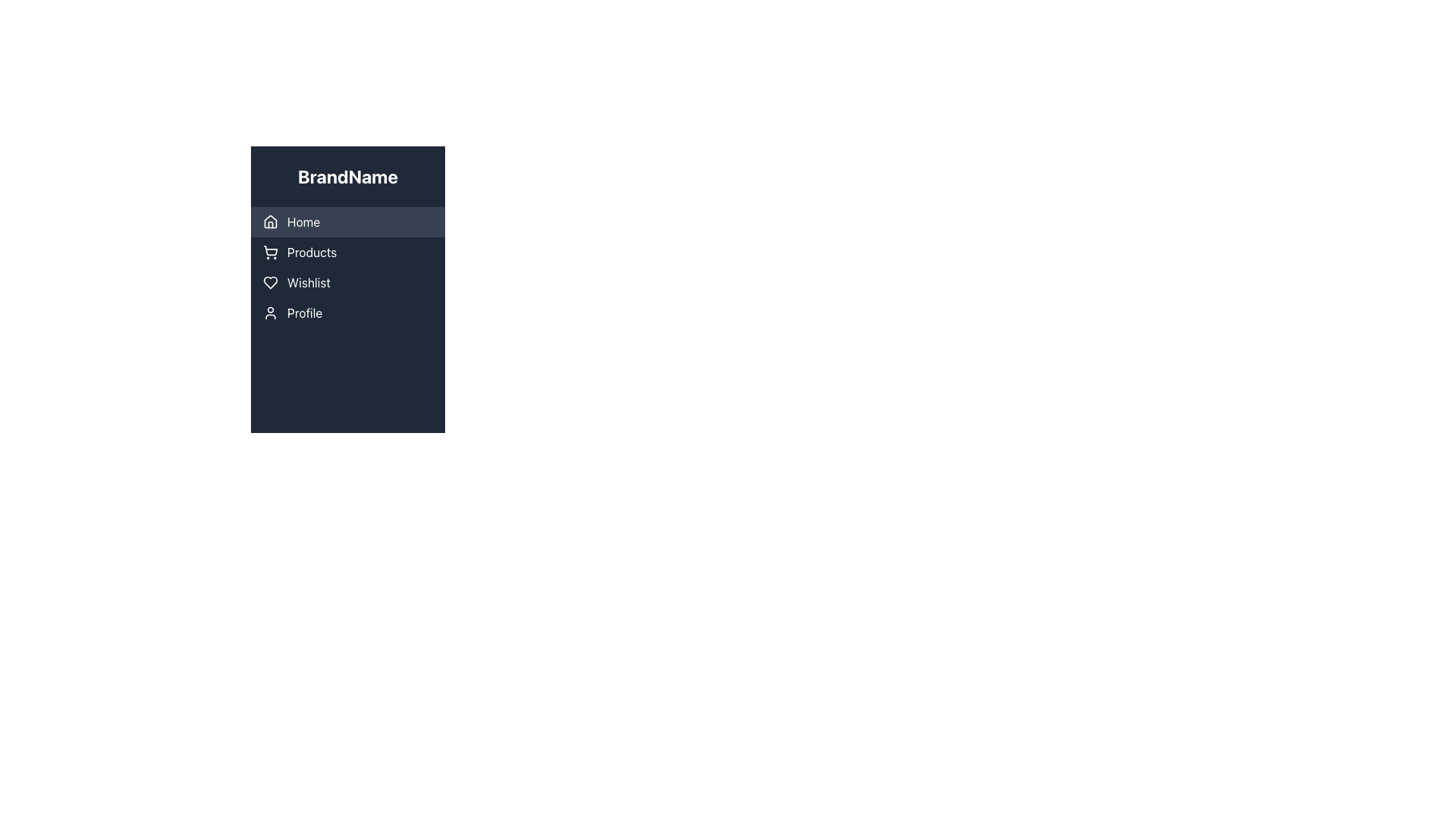 The height and width of the screenshot is (819, 1456). What do you see at coordinates (270, 283) in the screenshot?
I see `the heart icon representing the 'Wishlist' menu item, which is styled with a modern outline design and located in the third row of the navigation menu` at bounding box center [270, 283].